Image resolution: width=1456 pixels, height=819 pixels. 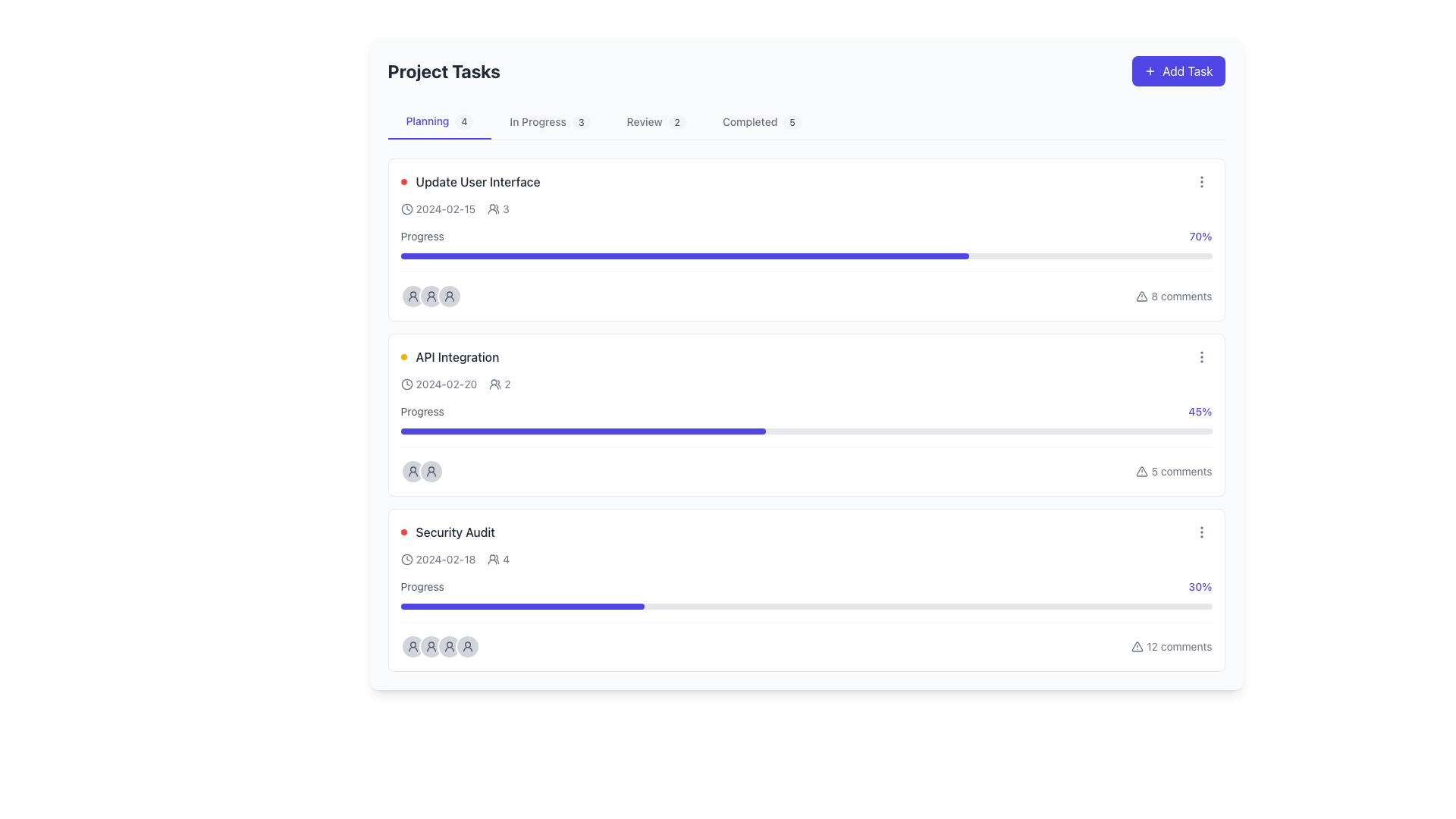 What do you see at coordinates (805, 431) in the screenshot?
I see `the second progress bar in the 'Progress' section, which visually indicates 45% completion` at bounding box center [805, 431].